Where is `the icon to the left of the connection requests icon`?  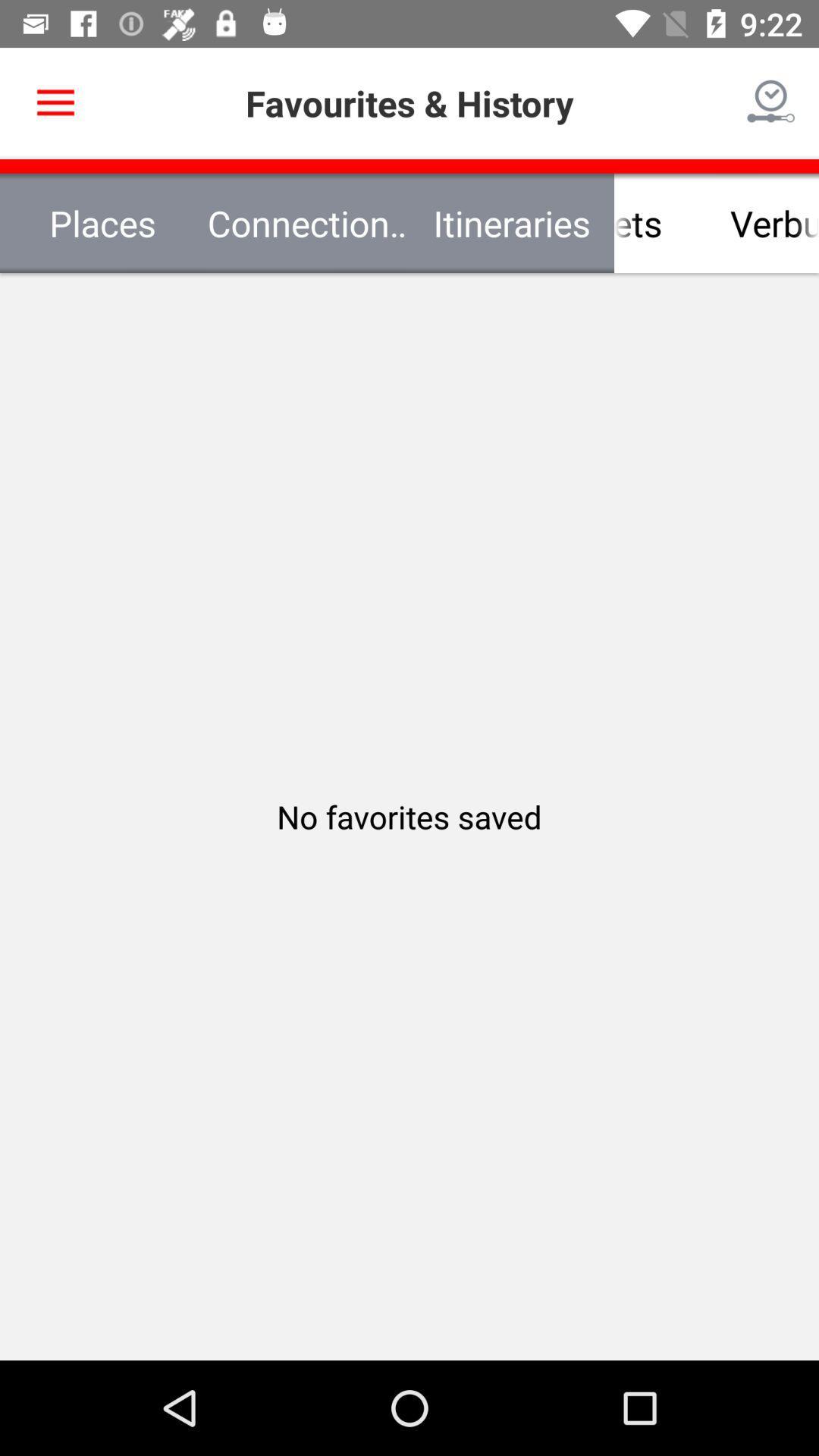
the icon to the left of the connection requests icon is located at coordinates (102, 222).